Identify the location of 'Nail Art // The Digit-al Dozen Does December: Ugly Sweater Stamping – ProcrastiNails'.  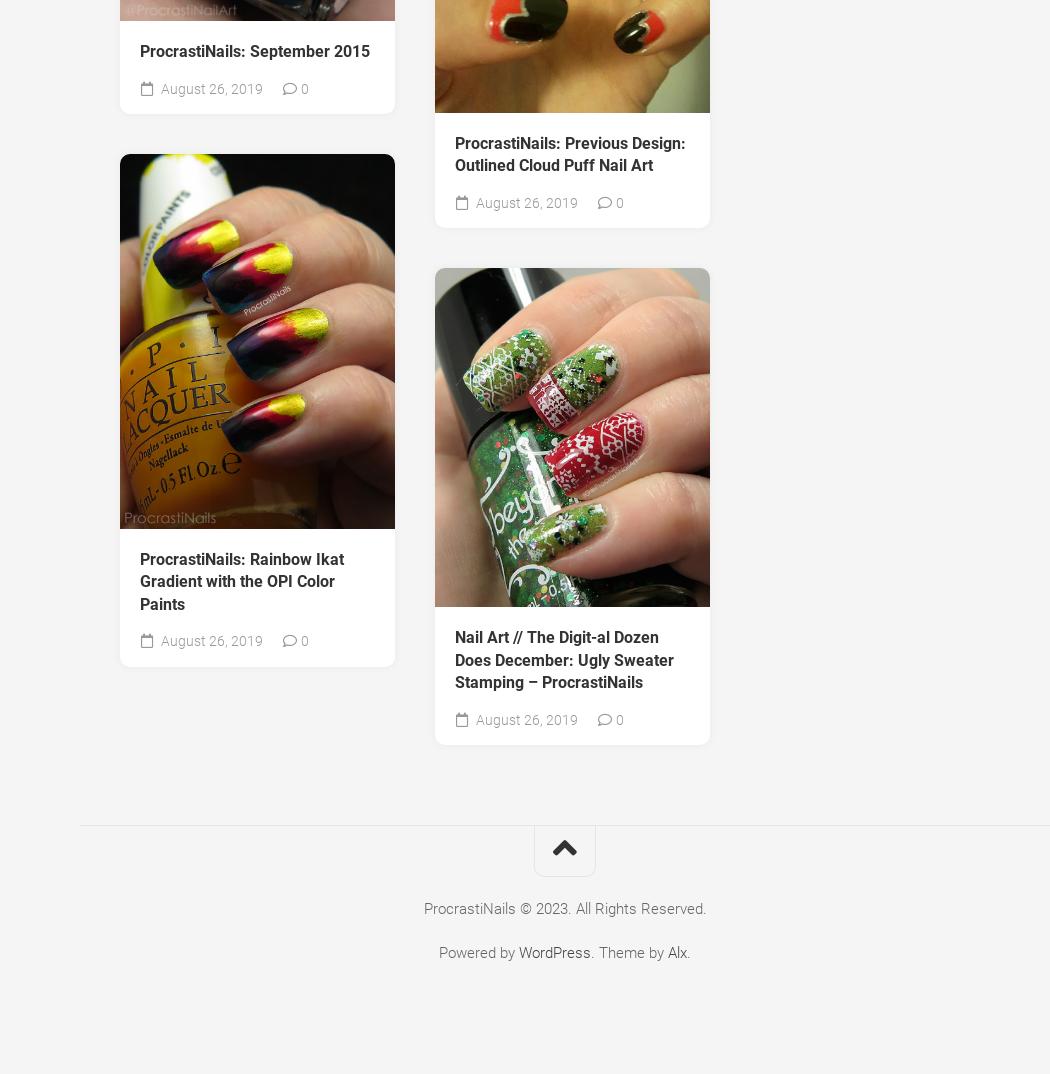
(563, 658).